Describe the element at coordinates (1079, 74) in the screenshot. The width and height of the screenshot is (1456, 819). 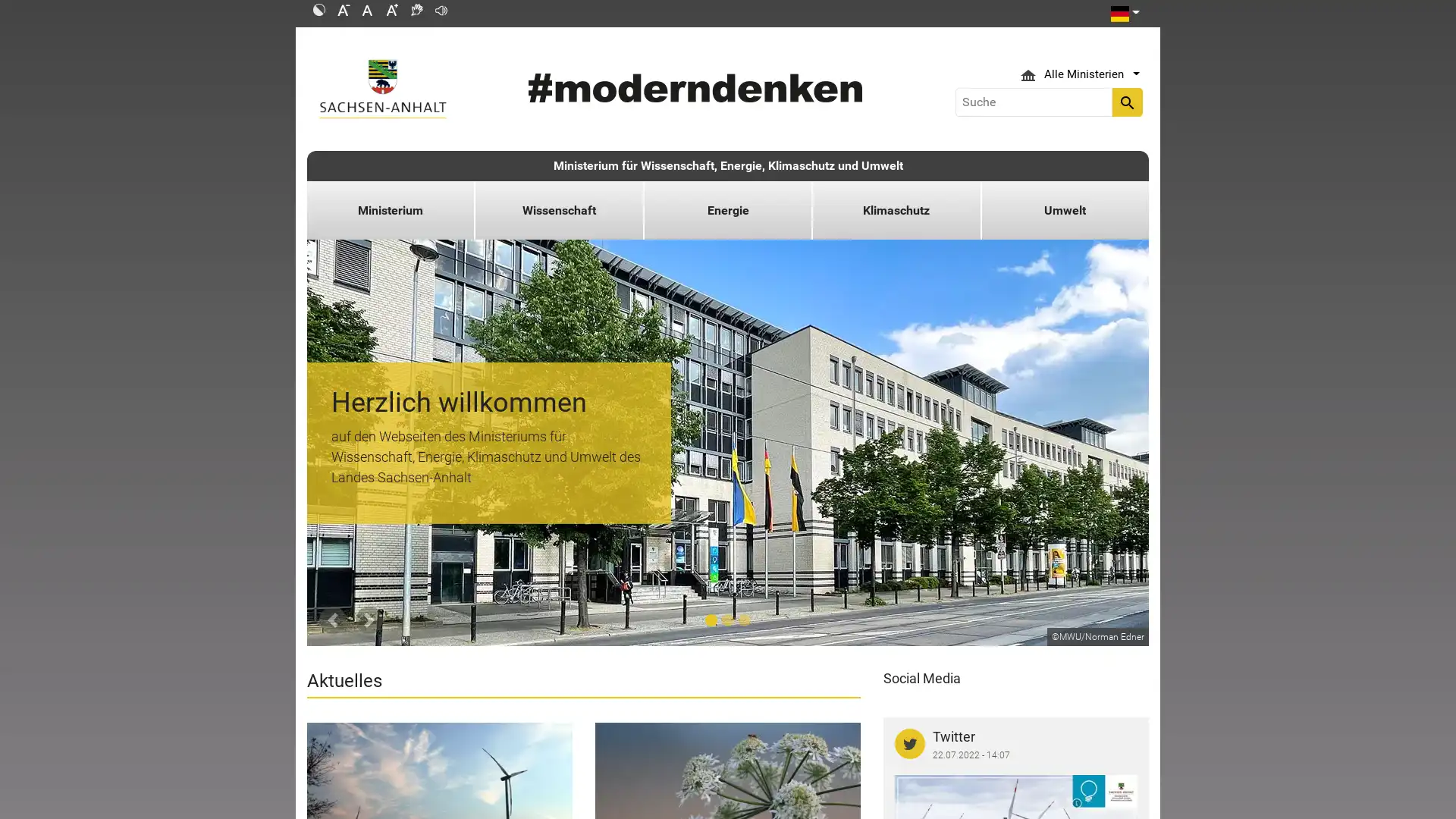
I see `Ministerium Icon Alle Ministerien` at that location.